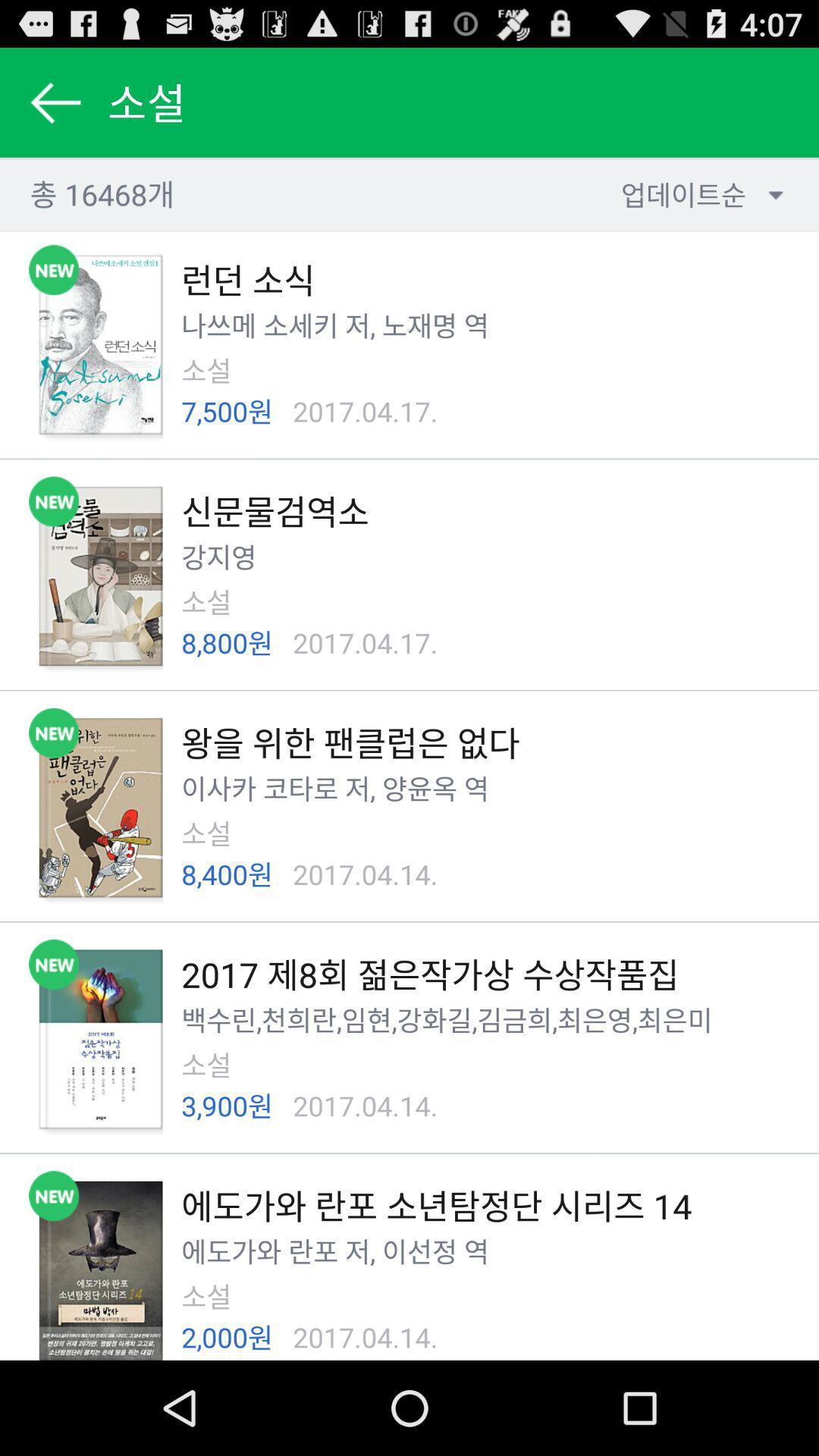 This screenshot has width=819, height=1456. What do you see at coordinates (227, 1337) in the screenshot?
I see `the app to the left of the 2017.04.14. icon` at bounding box center [227, 1337].